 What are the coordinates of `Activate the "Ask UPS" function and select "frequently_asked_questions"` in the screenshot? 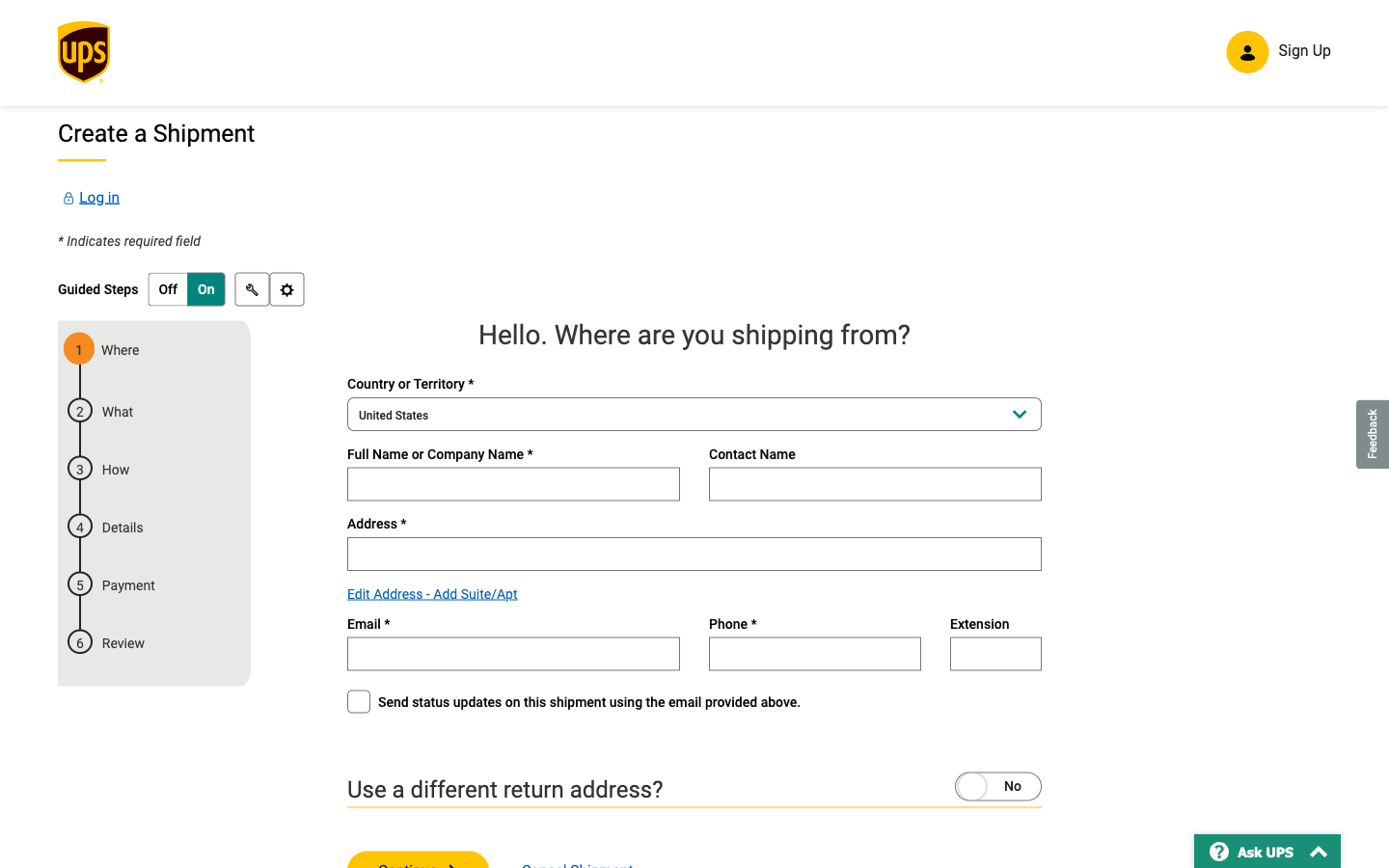 It's located at (1267, 851).